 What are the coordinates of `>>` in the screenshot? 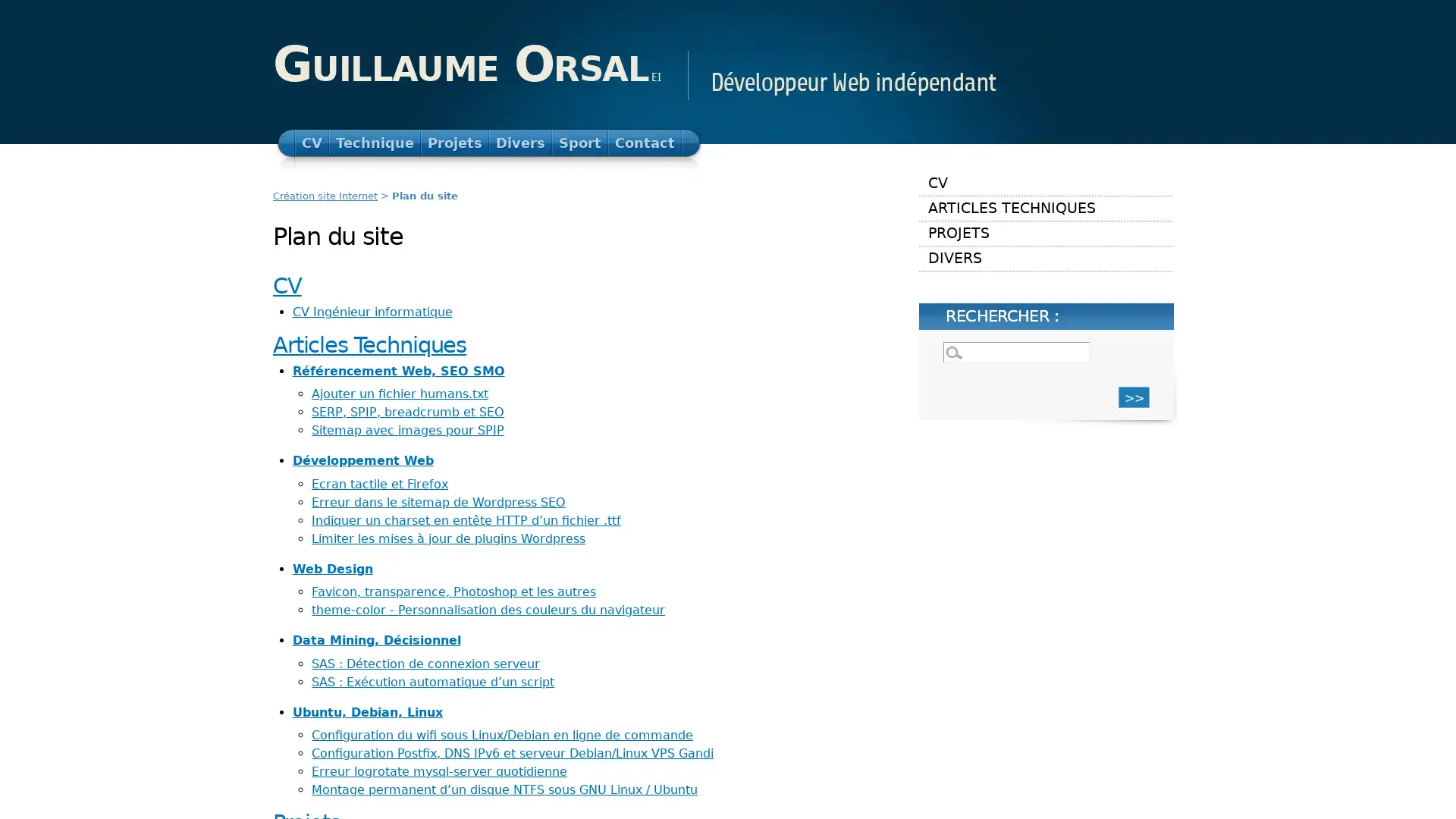 It's located at (1134, 396).